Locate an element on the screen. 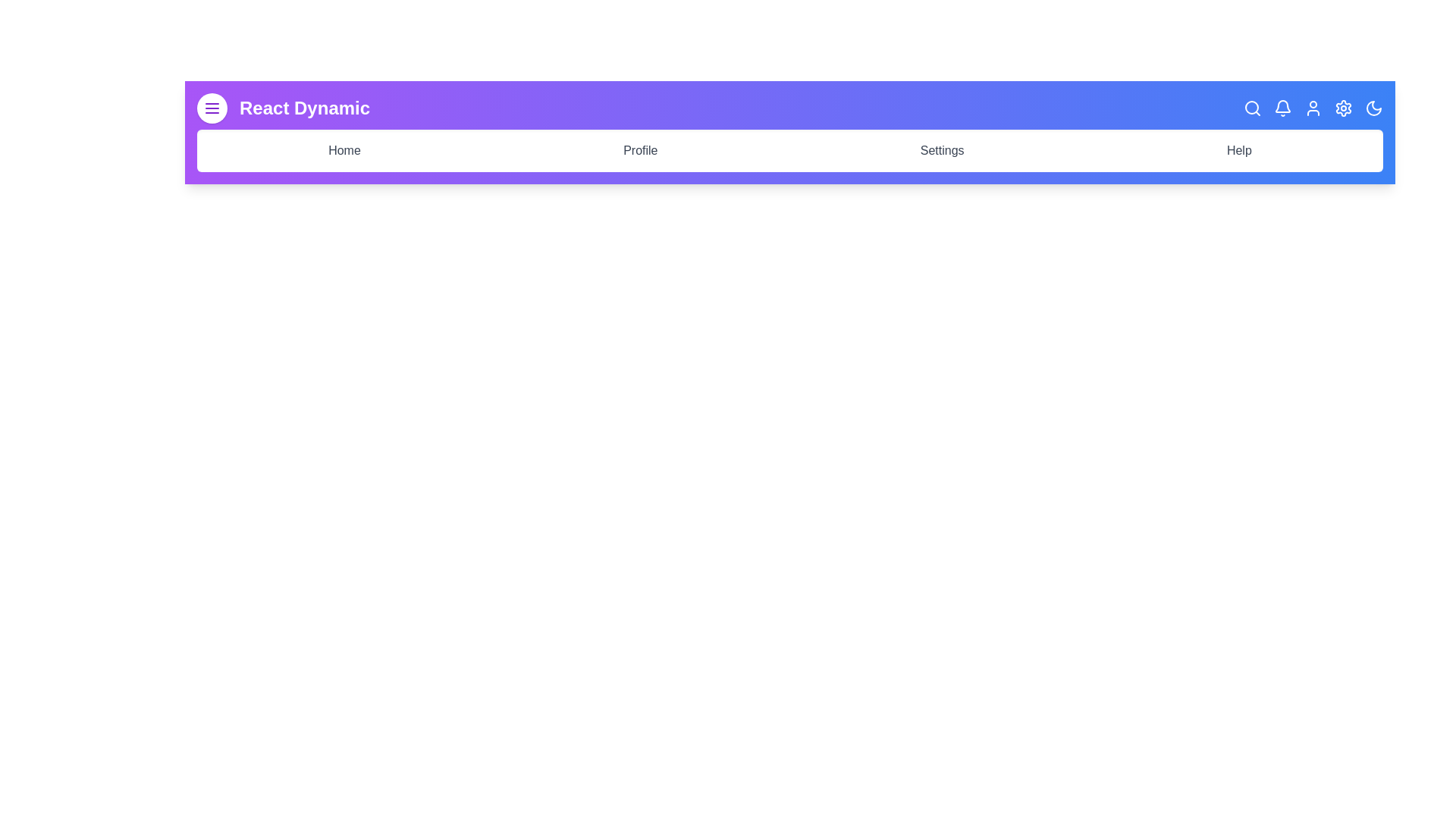 The height and width of the screenshot is (819, 1456). the menu button to toggle the menu is located at coordinates (211, 107).